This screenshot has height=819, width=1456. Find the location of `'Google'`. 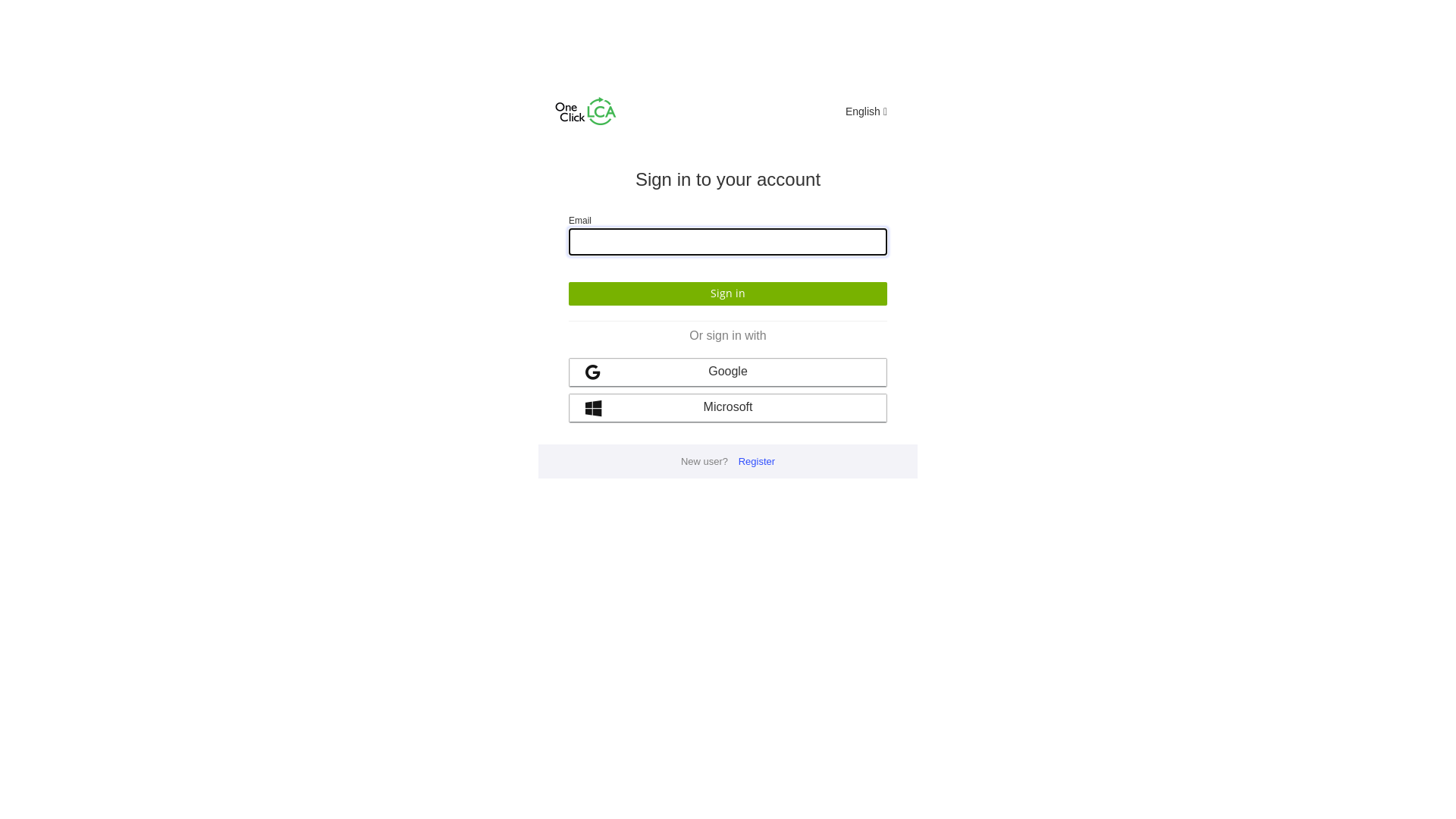

'Google' is located at coordinates (728, 372).